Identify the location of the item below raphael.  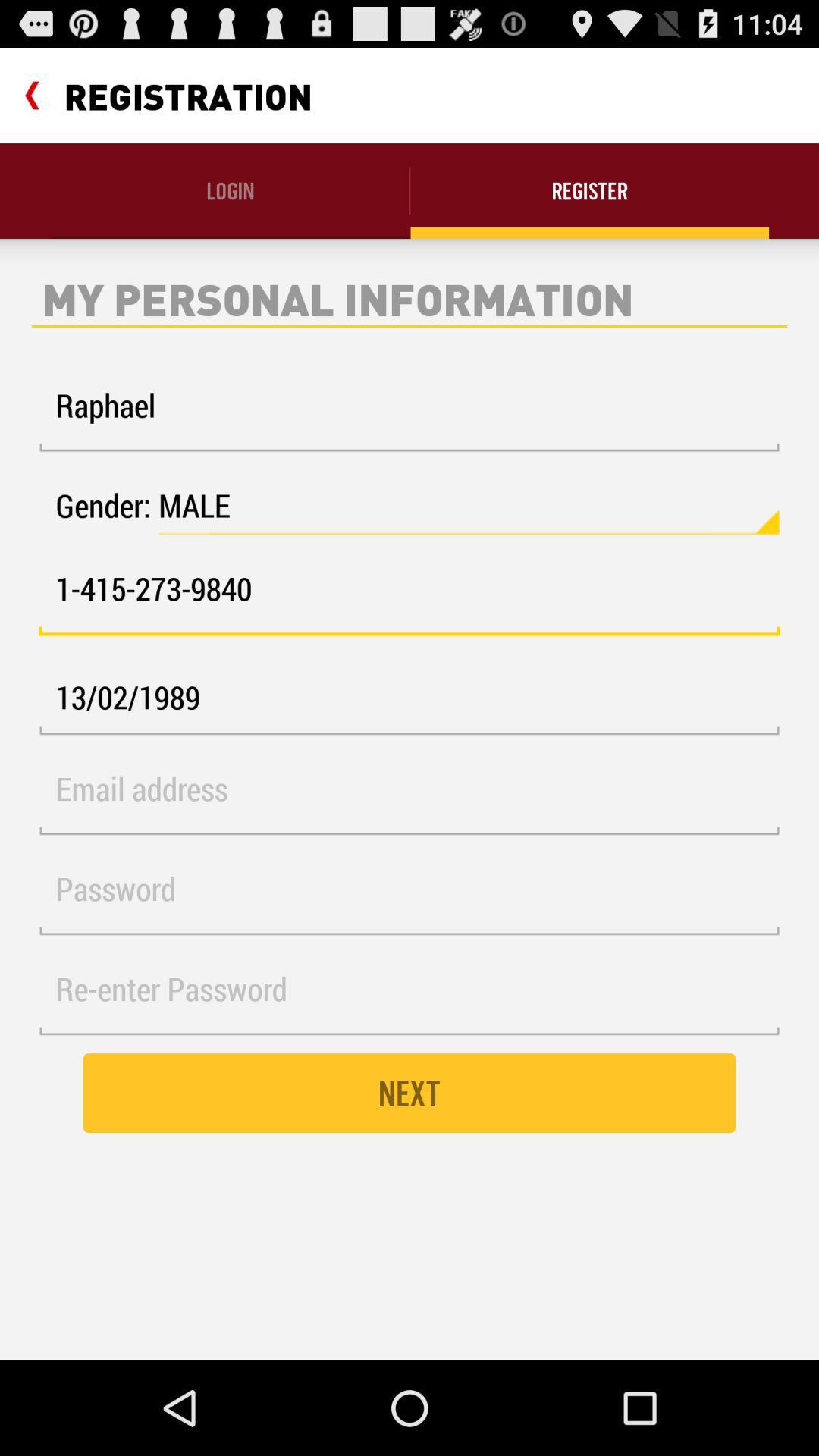
(468, 506).